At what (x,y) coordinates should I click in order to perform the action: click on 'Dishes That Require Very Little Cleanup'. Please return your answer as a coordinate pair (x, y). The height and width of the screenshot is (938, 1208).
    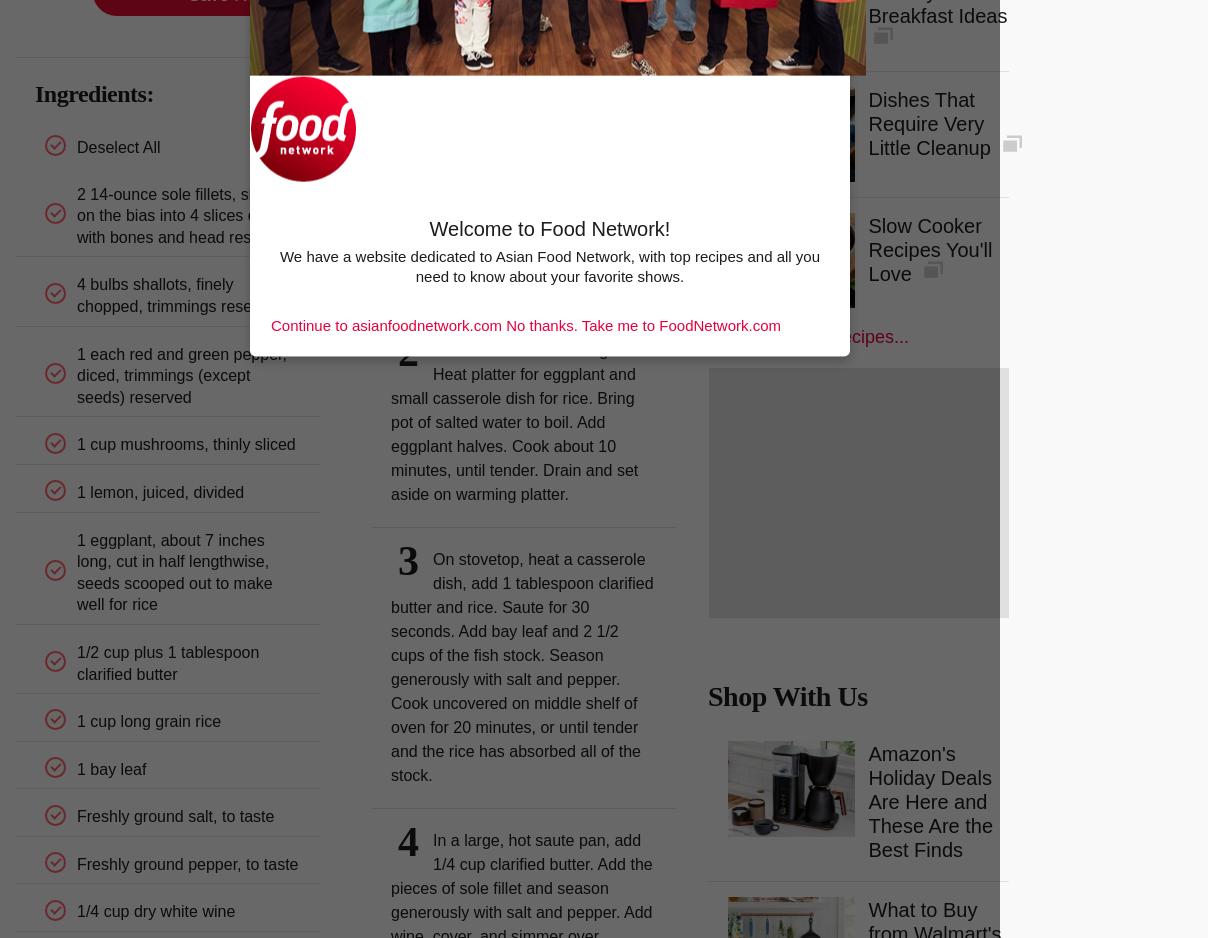
    Looking at the image, I should click on (867, 121).